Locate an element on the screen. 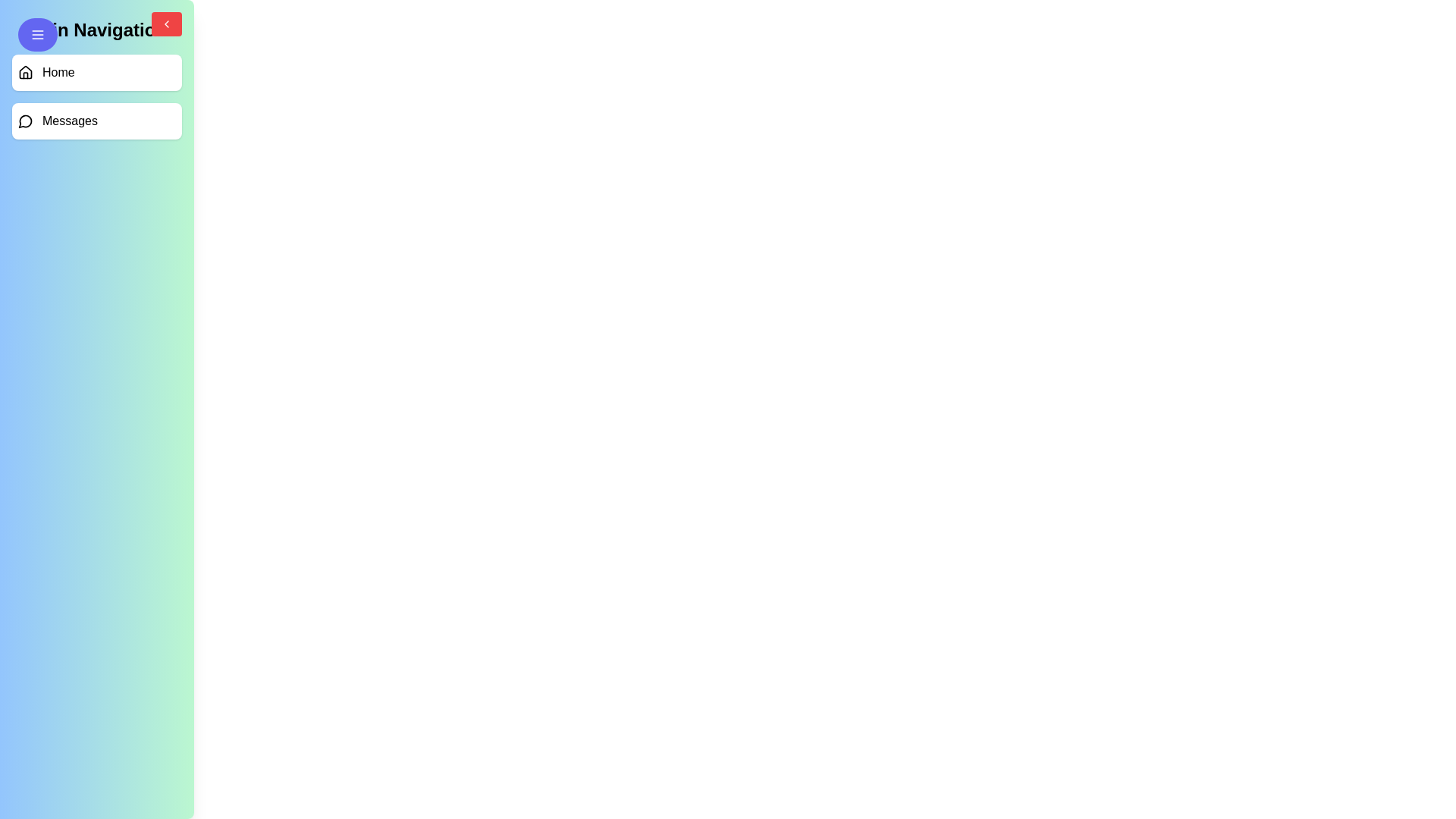 Image resolution: width=1456 pixels, height=819 pixels. the 'Home' navigational button located in the left-side navigation bar, positioned above the 'Messages' button is located at coordinates (96, 73).